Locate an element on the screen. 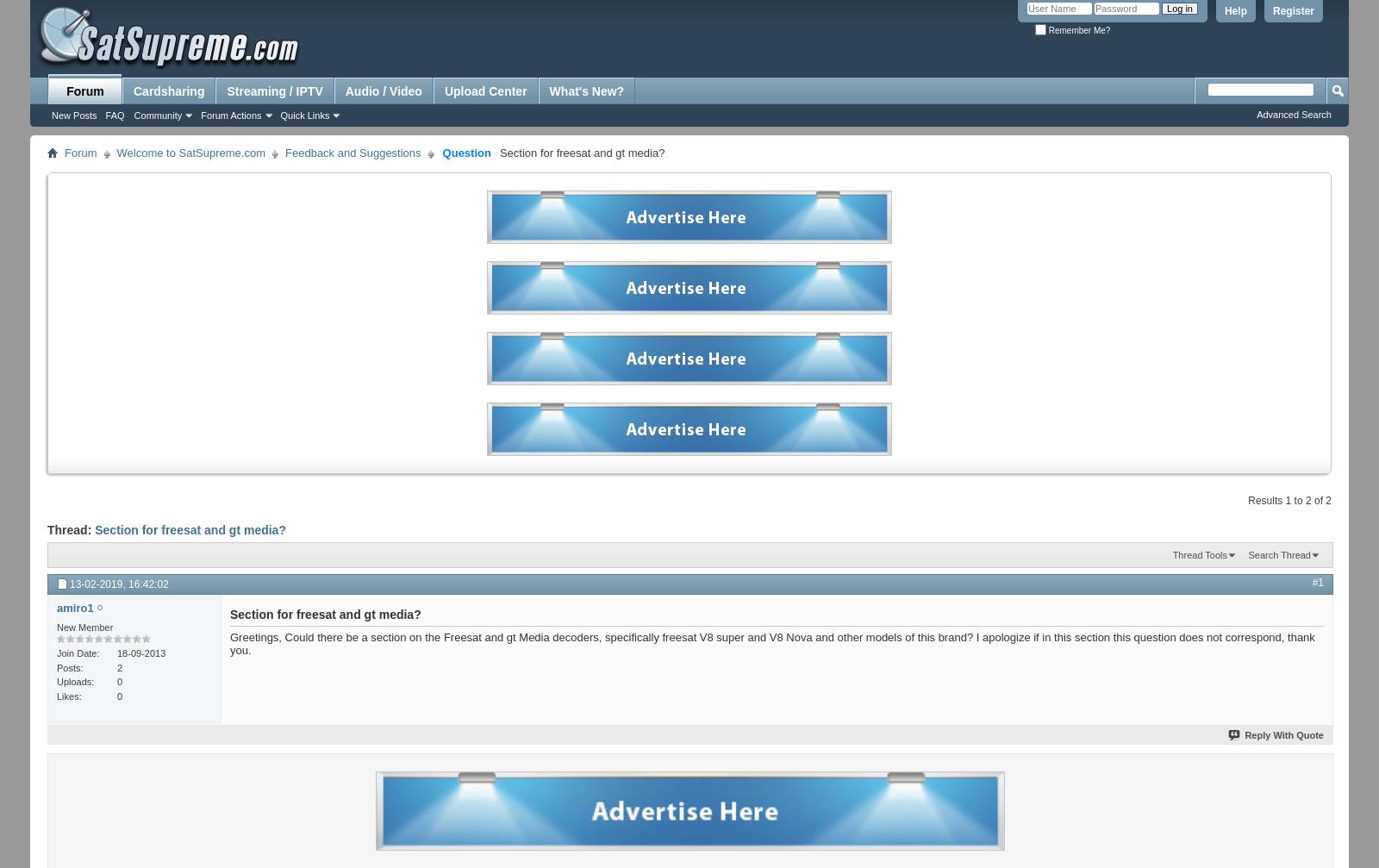 The image size is (1379, 868). 'Reply With Quote' is located at coordinates (1283, 734).